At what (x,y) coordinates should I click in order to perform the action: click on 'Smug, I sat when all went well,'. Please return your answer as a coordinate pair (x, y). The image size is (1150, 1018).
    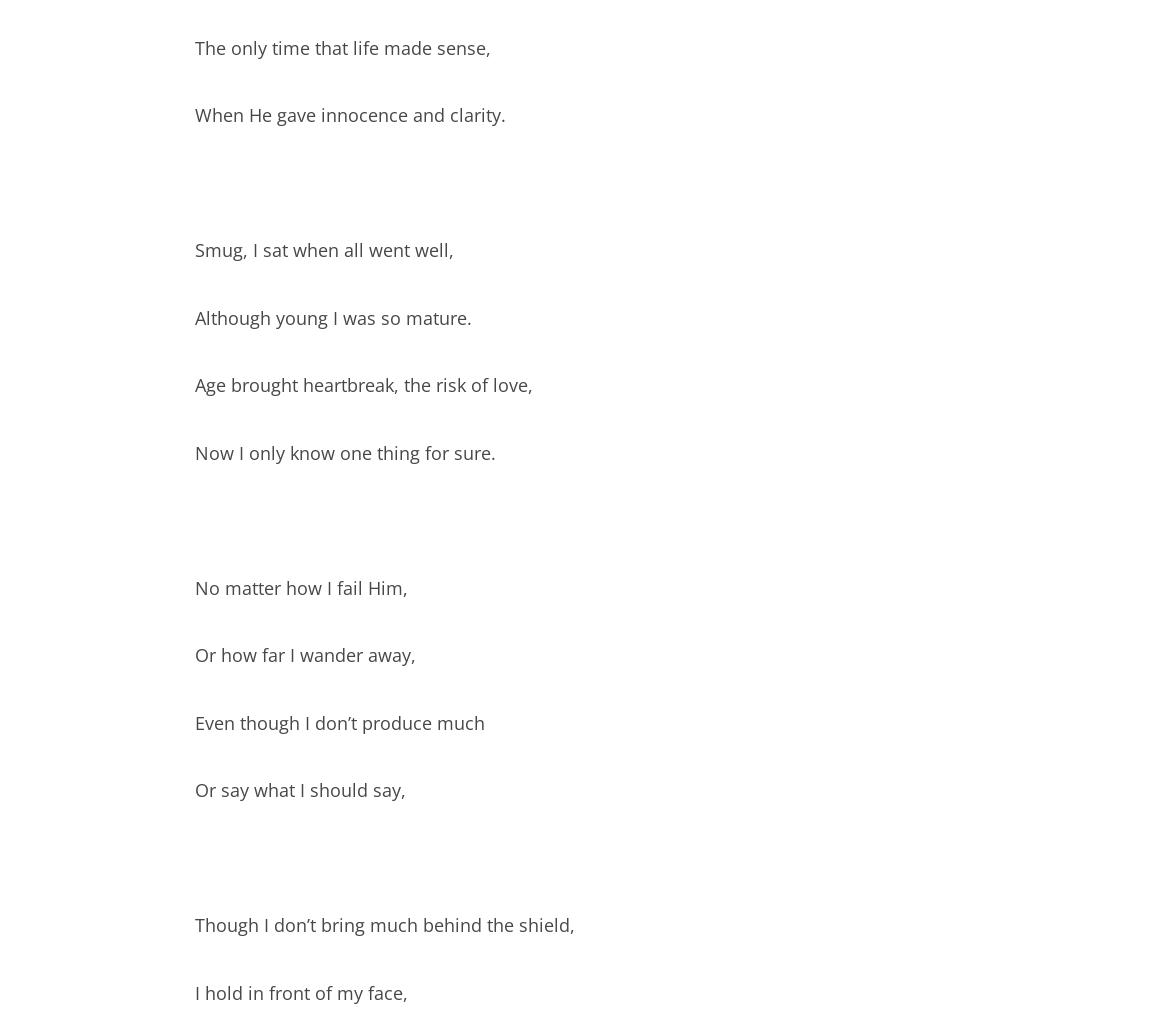
    Looking at the image, I should click on (324, 249).